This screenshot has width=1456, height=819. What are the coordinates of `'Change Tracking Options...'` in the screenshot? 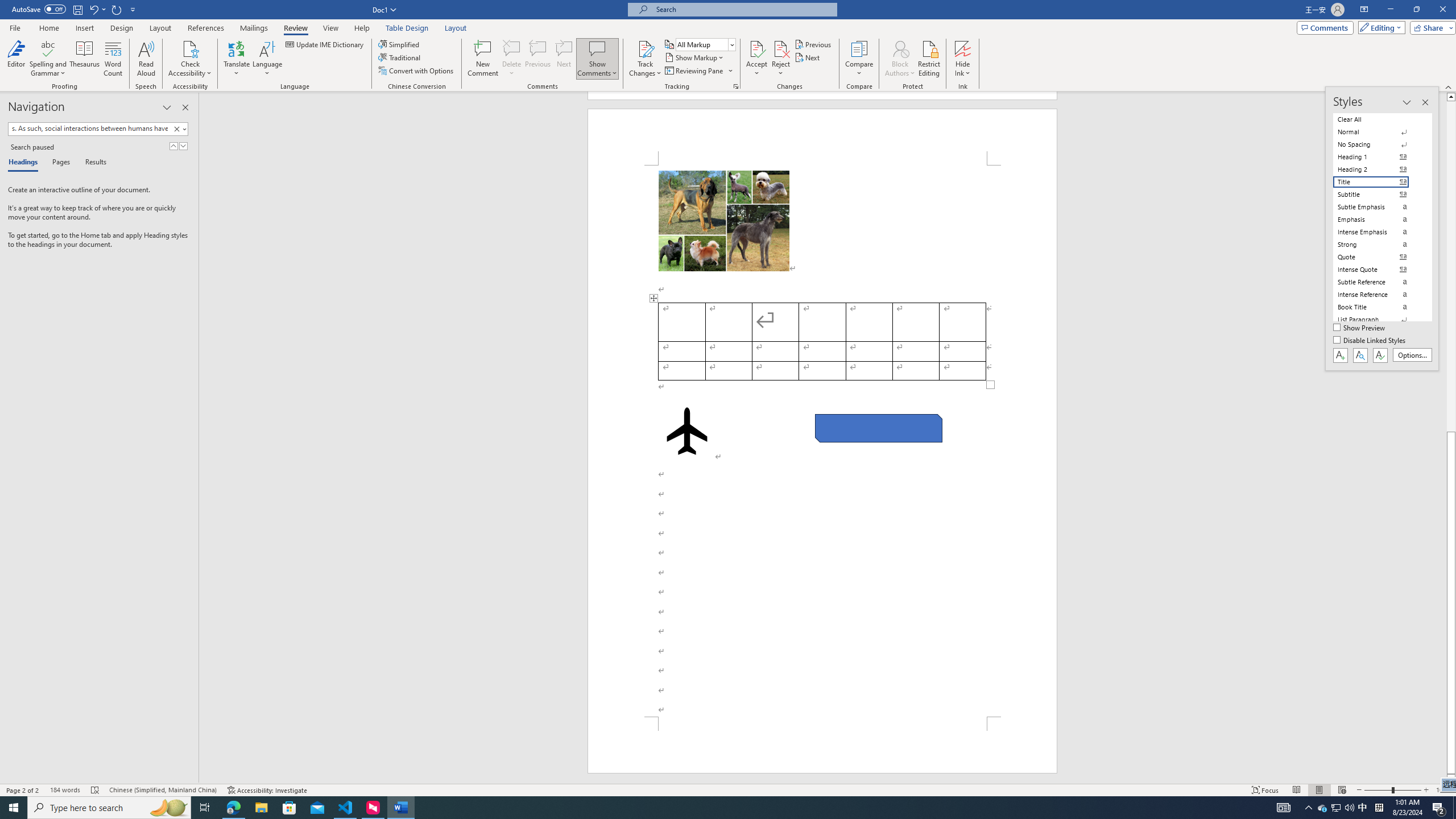 It's located at (735, 85).